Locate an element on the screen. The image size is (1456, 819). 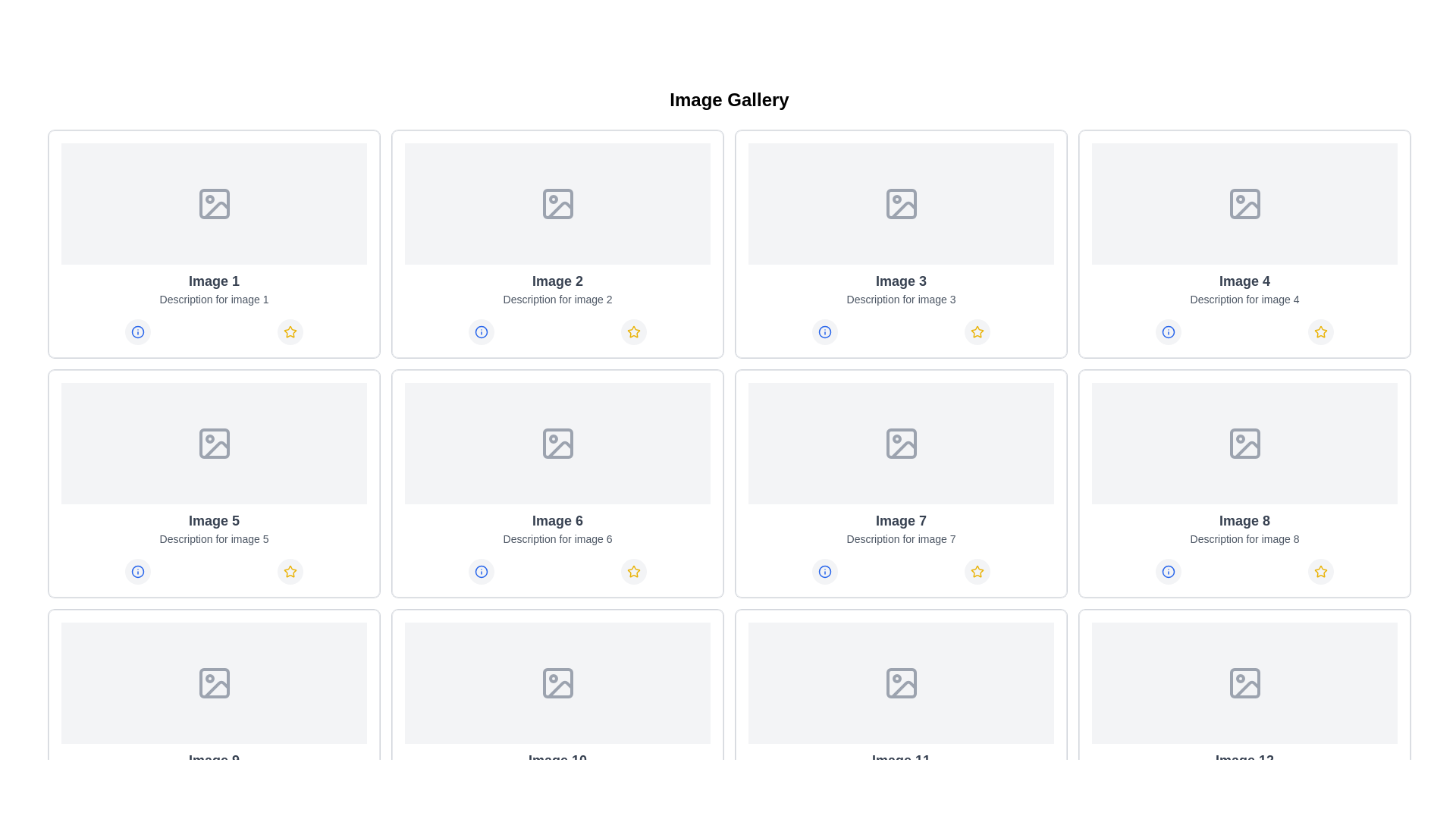
the light gray rectangle image placeholder in the third card of the first row is located at coordinates (901, 203).